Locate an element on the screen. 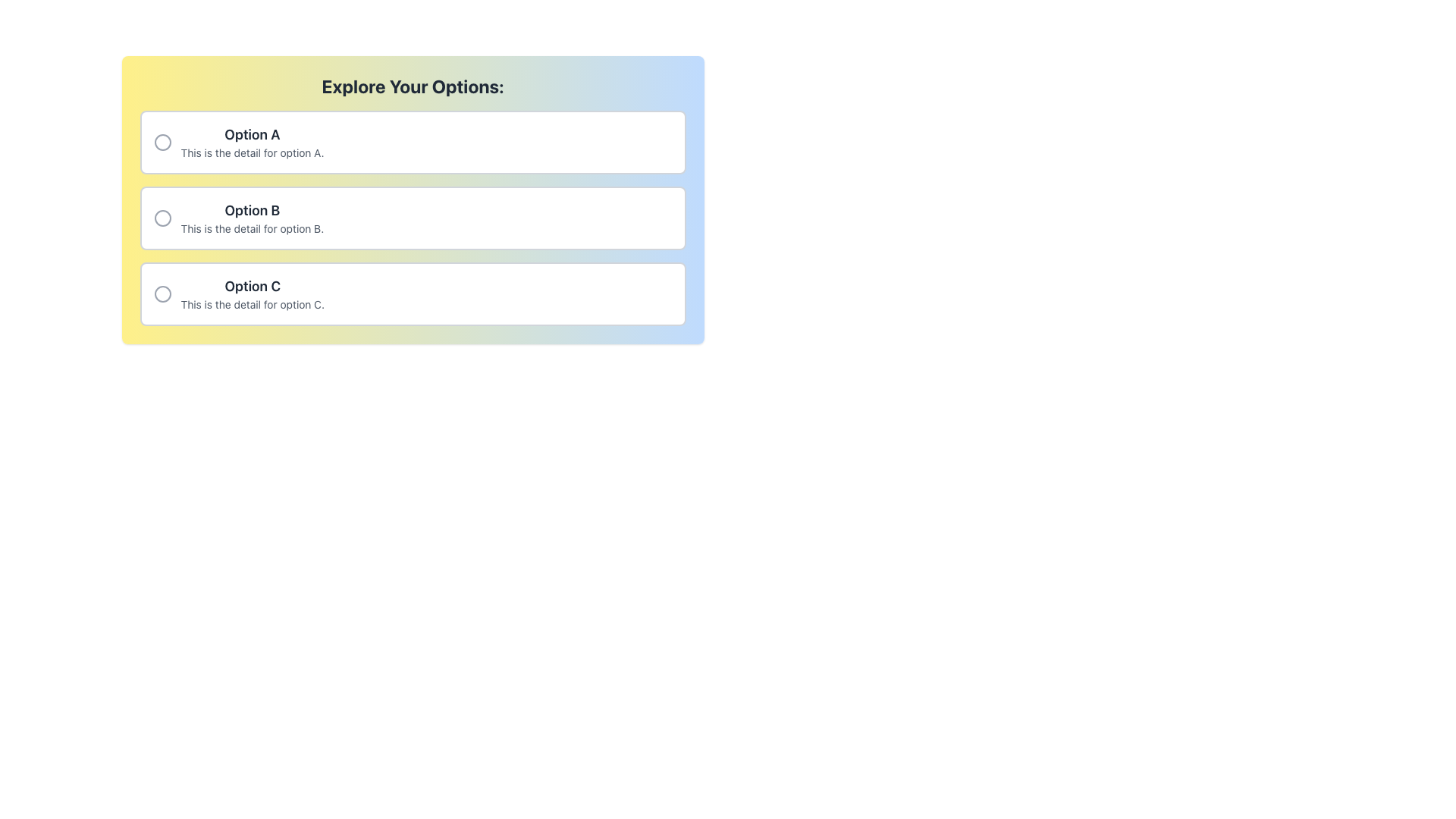 The width and height of the screenshot is (1456, 819). the radio button for 'Option B' is located at coordinates (162, 218).